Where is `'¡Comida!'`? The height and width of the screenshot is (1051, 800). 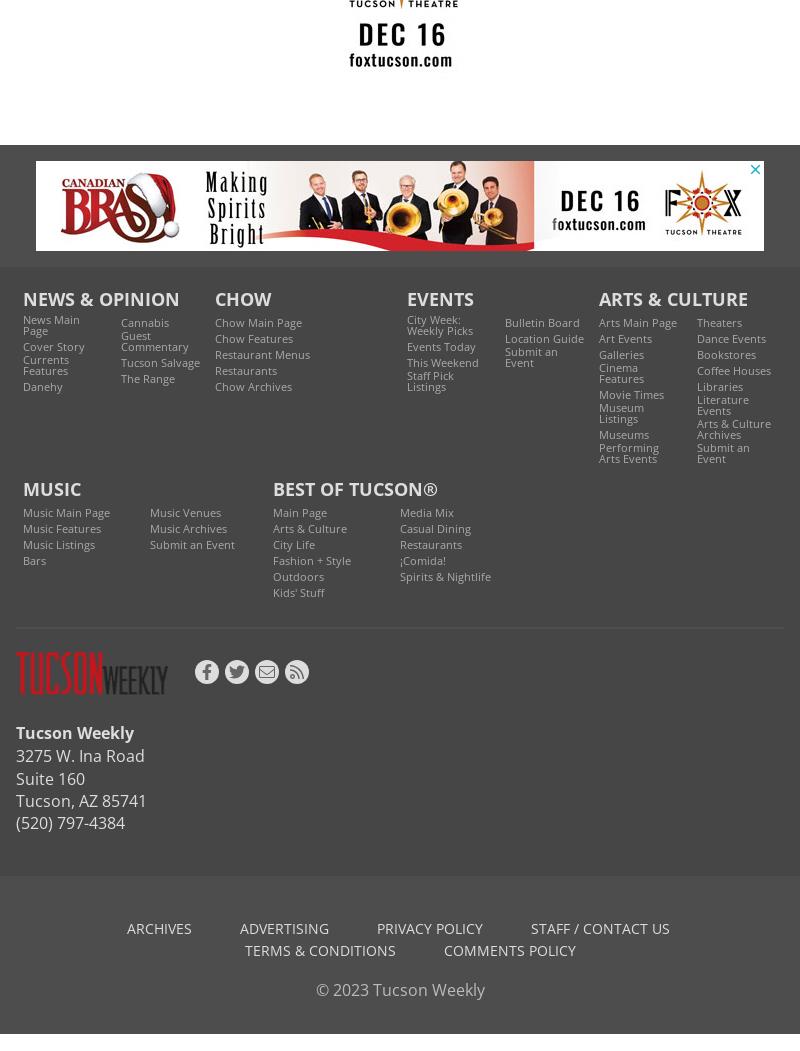
'¡Comida!' is located at coordinates (423, 558).